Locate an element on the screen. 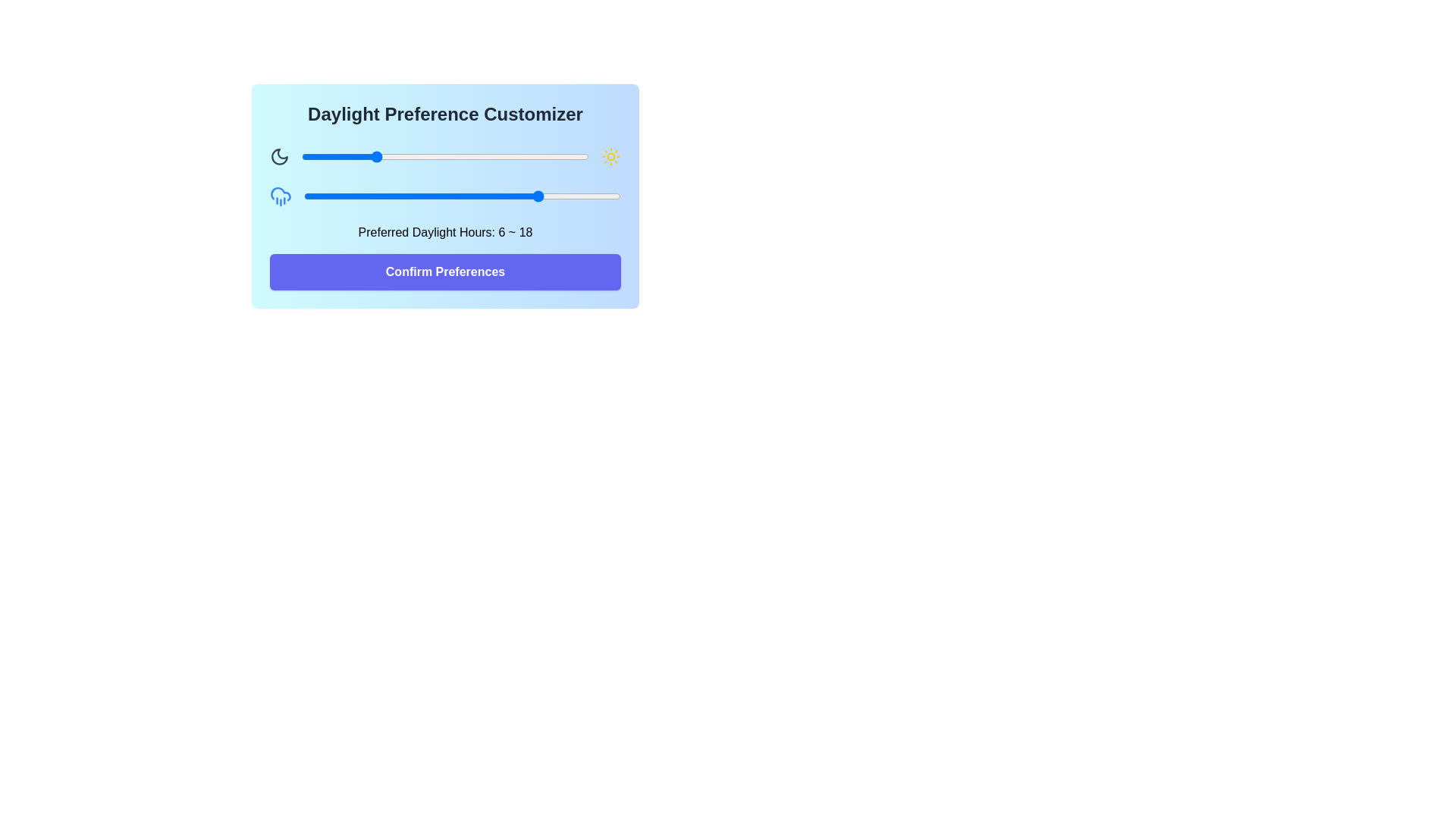 This screenshot has height=819, width=1456. the daylight preference is located at coordinates (409, 195).